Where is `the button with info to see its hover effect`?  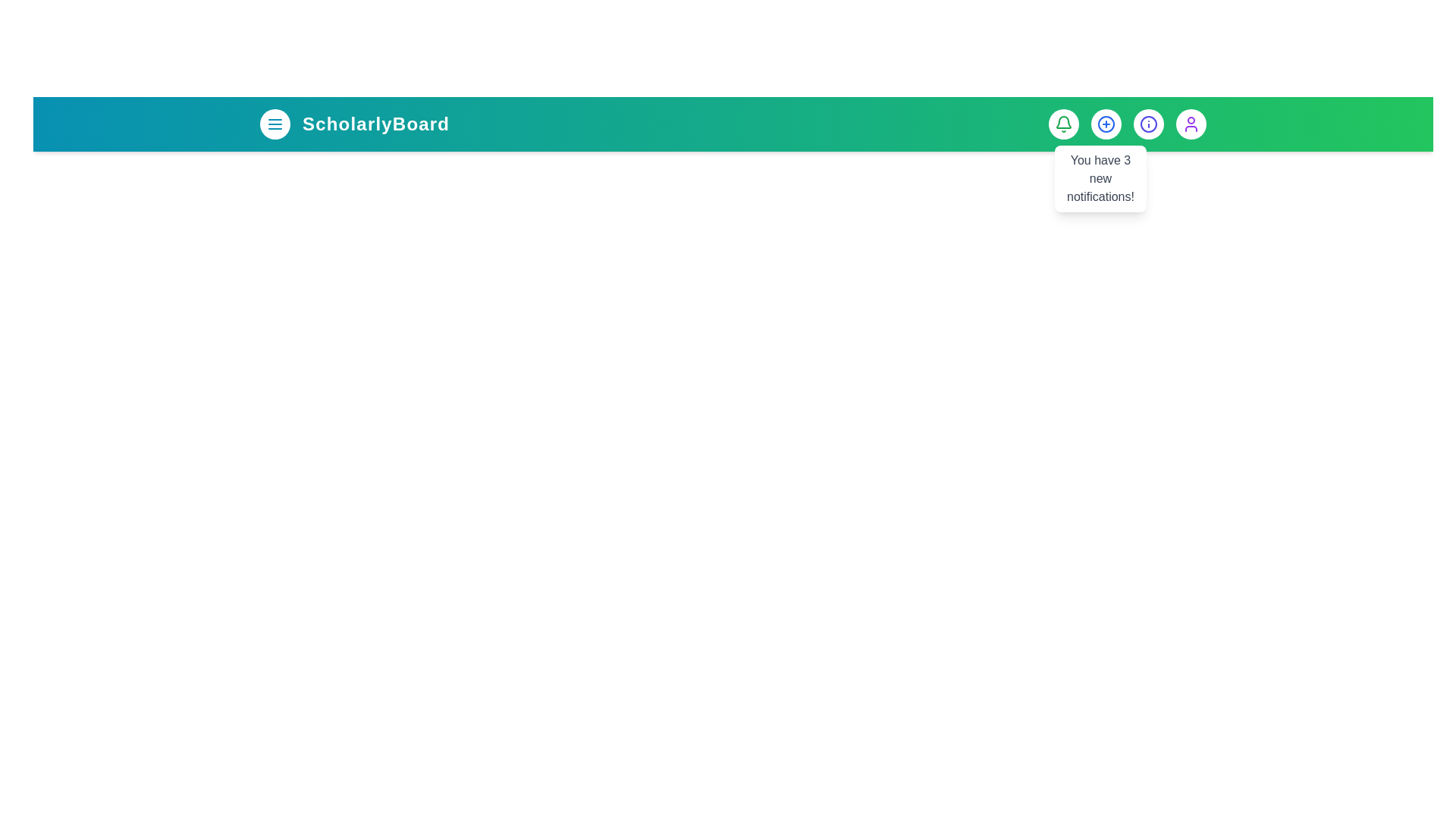 the button with info to see its hover effect is located at coordinates (1149, 124).